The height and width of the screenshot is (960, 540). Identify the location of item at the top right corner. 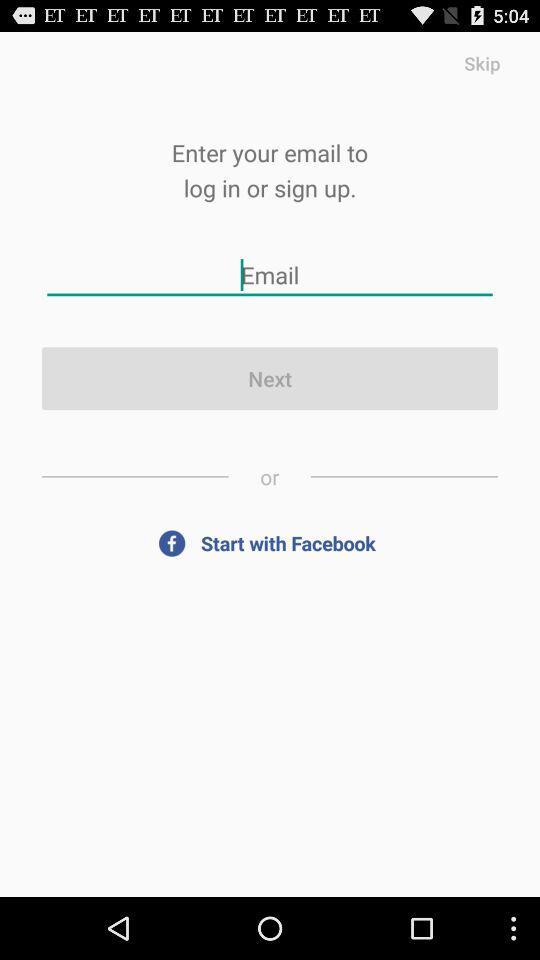
(481, 62).